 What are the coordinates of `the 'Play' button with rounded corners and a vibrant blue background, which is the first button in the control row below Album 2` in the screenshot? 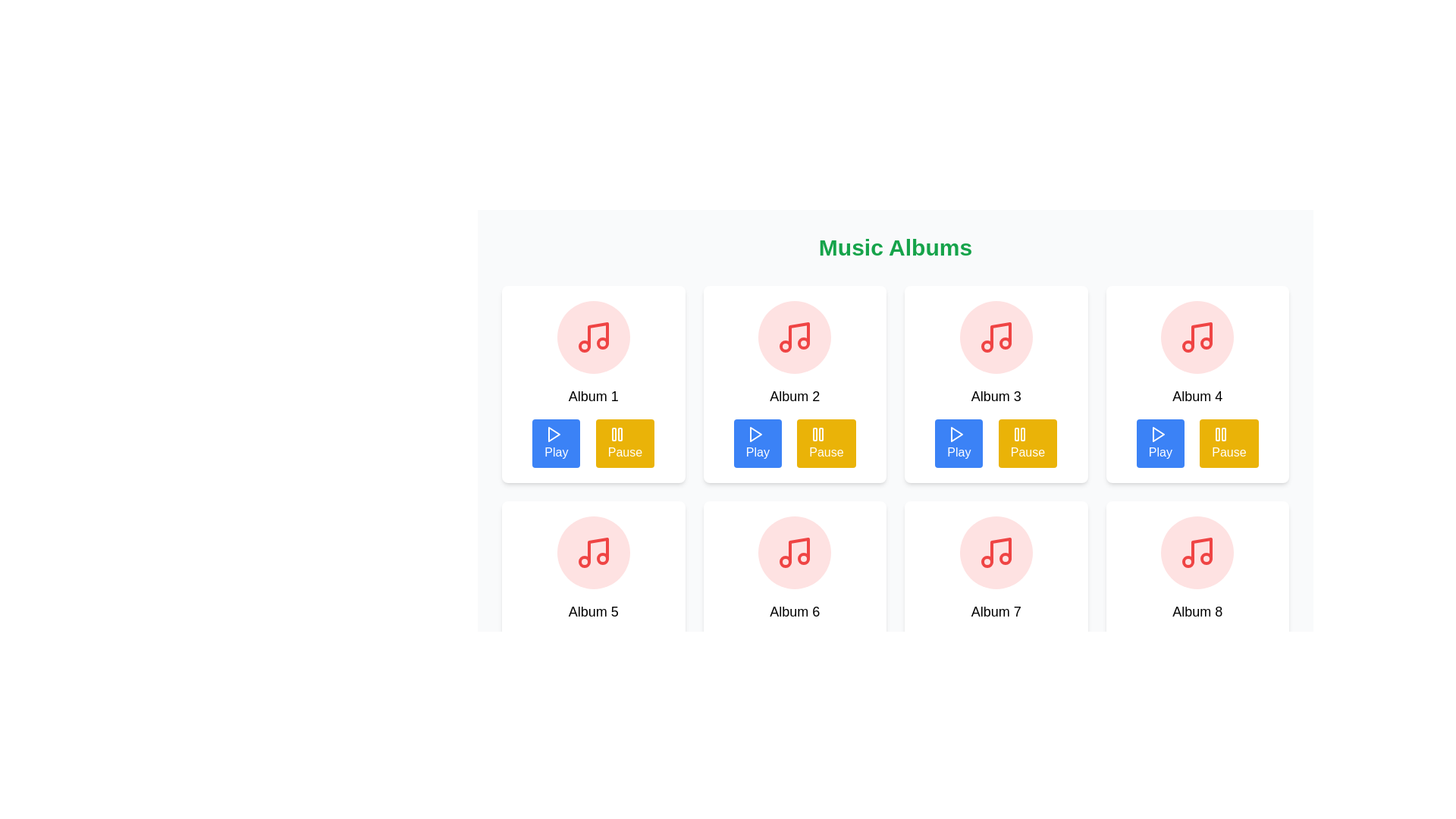 It's located at (758, 444).